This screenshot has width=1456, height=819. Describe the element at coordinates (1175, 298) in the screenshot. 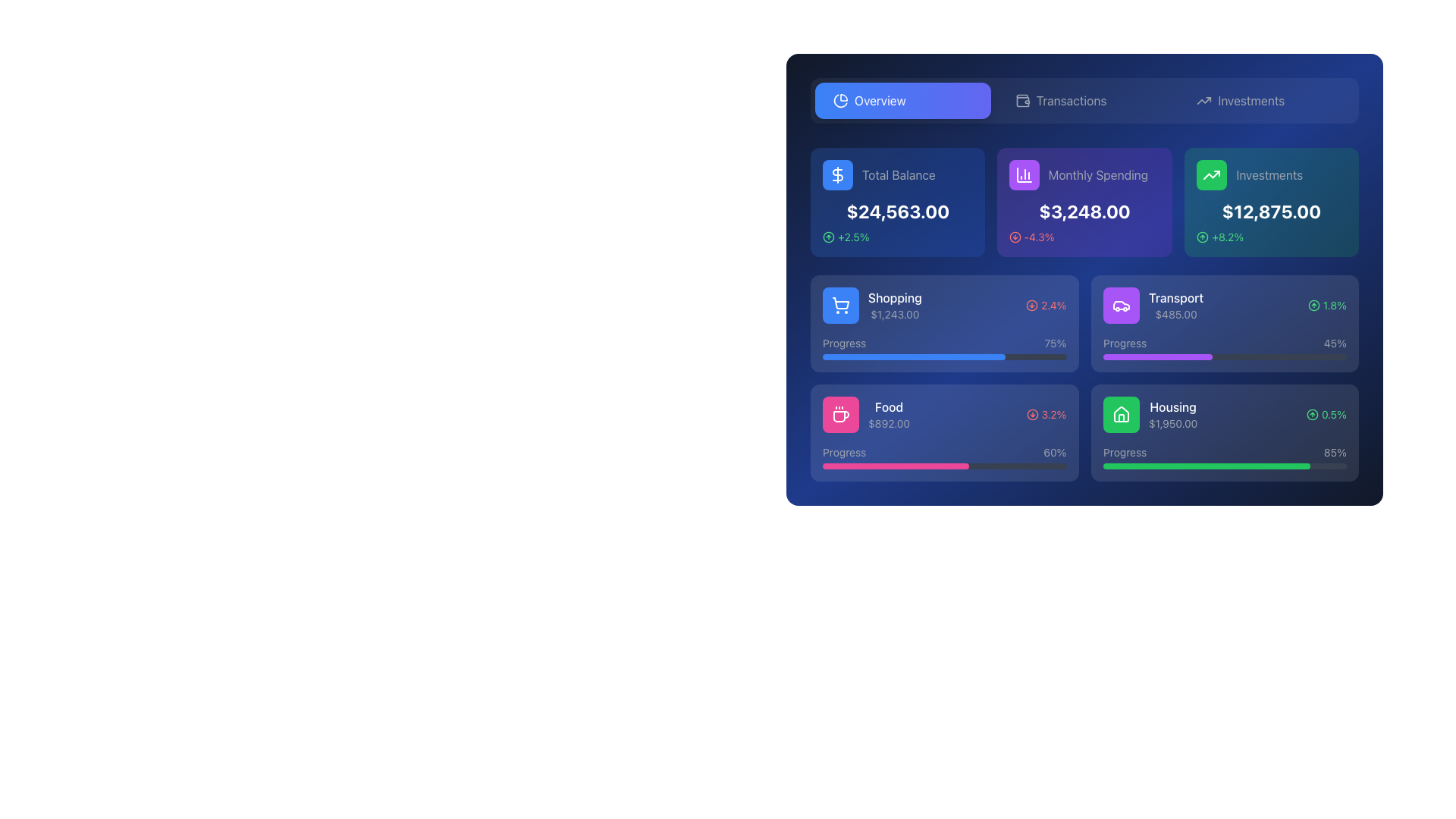

I see `the 'Transport' text label displayed in white font against a purple background, located at the top of the purple card labeled 'Transport $485.00'` at that location.